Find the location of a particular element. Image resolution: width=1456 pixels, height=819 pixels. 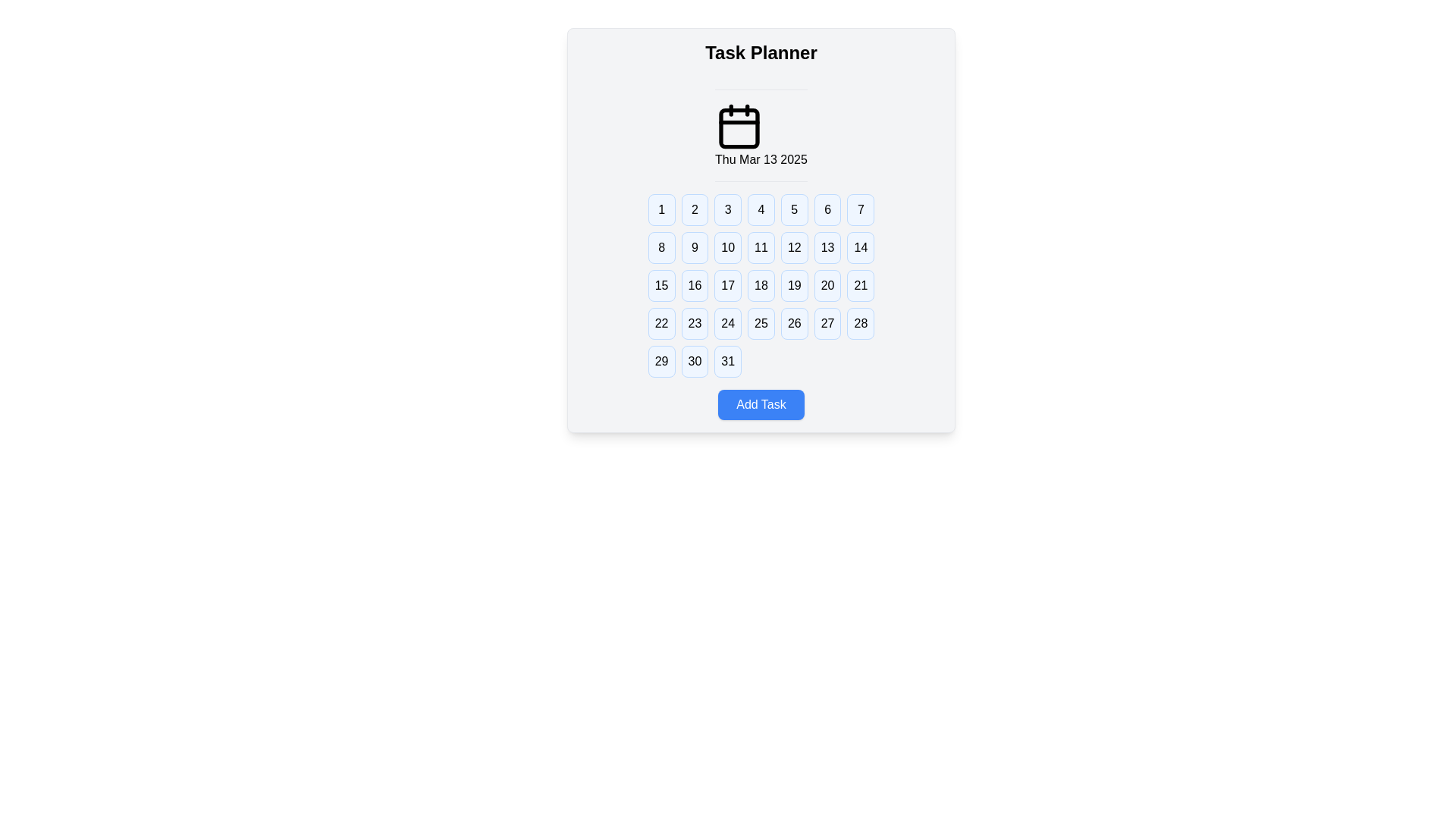

the Calendar Display with Date Text showing 'Thu Mar 13 2025' located beneath the 'Task Planner' header to know the current date is located at coordinates (761, 134).